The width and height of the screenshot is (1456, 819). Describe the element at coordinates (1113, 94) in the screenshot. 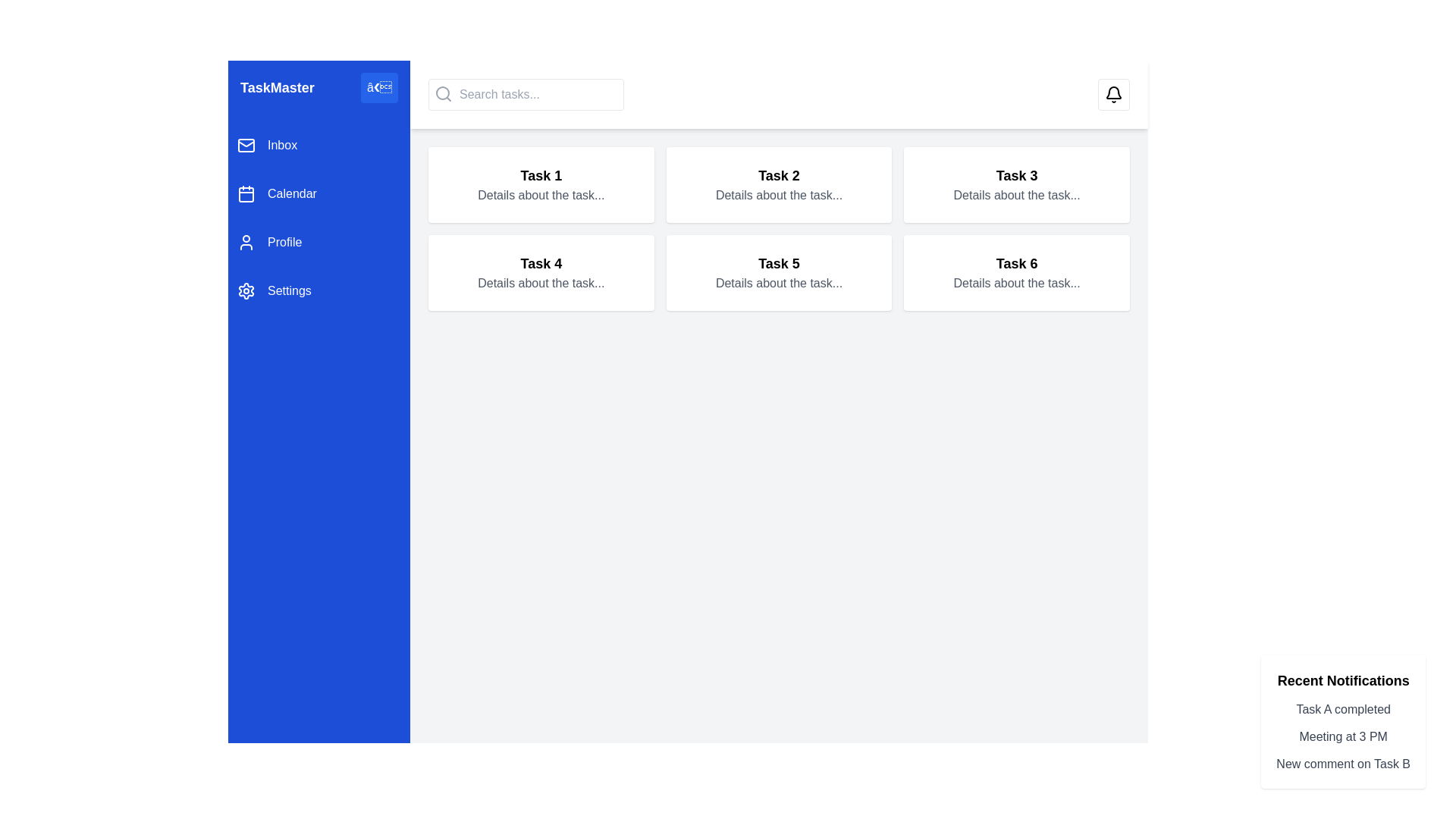

I see `the notification bell icon located in the top-right corner of the interface` at that location.